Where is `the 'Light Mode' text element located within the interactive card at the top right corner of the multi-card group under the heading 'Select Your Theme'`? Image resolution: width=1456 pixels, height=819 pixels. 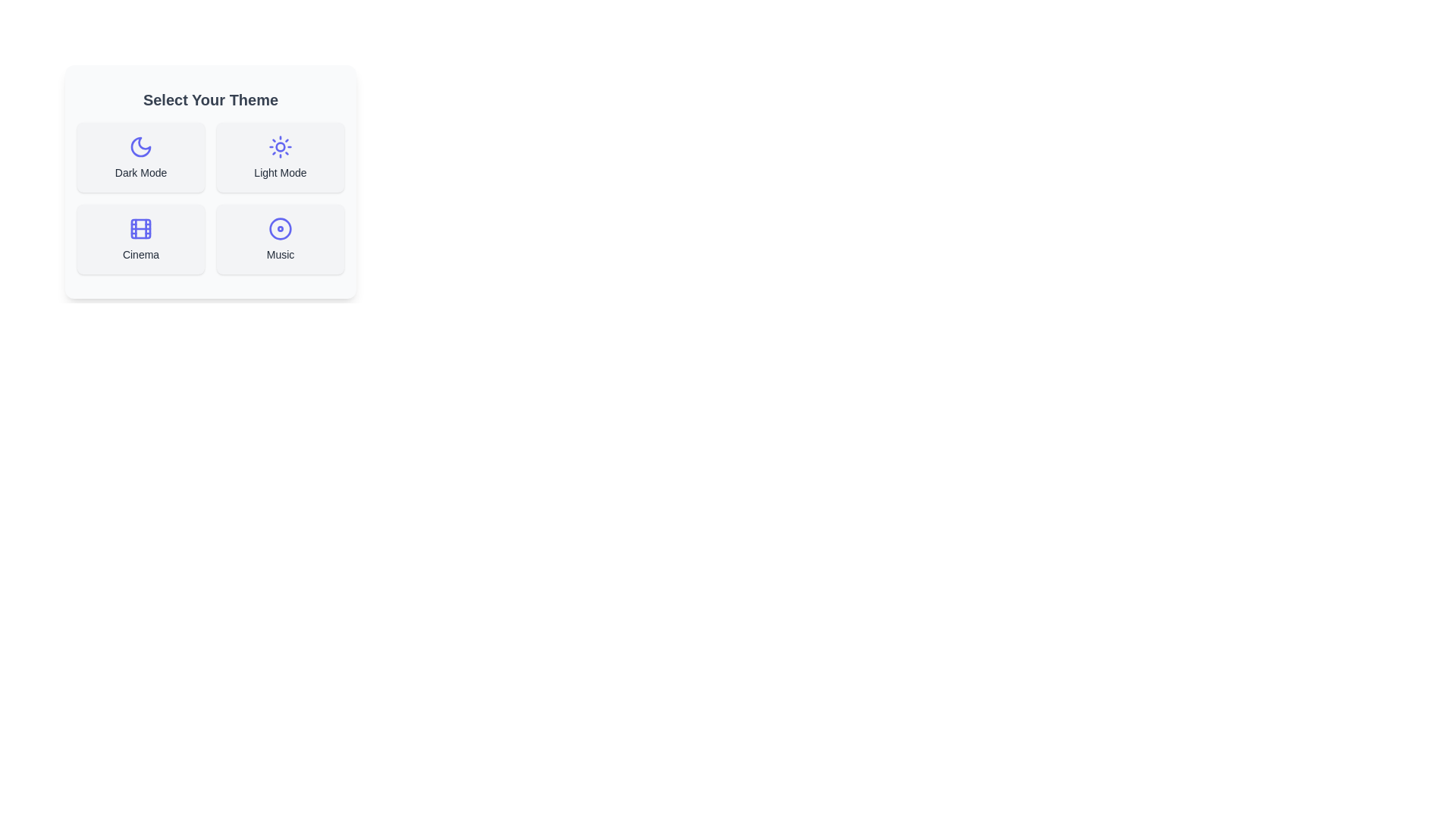 the 'Light Mode' text element located within the interactive card at the top right corner of the multi-card group under the heading 'Select Your Theme' is located at coordinates (280, 171).